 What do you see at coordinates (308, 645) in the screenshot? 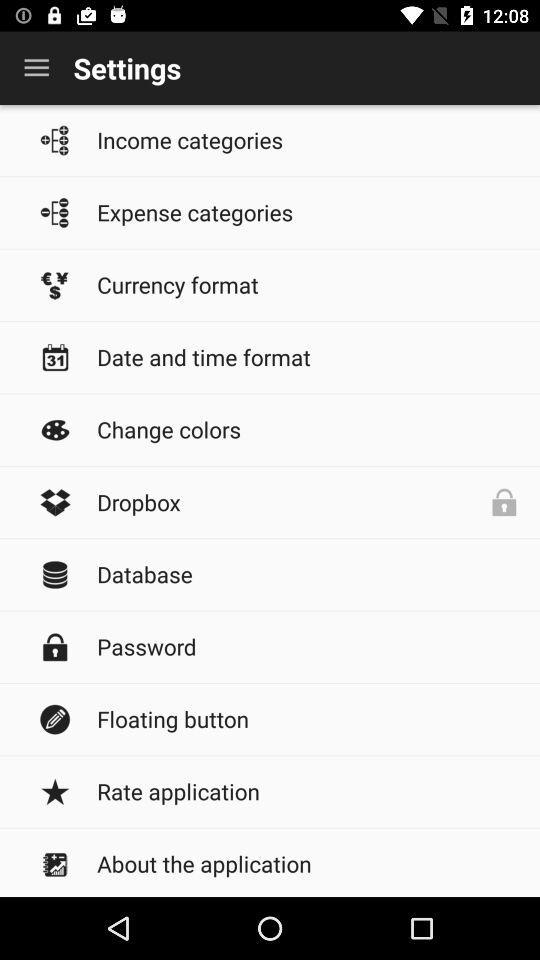
I see `password item` at bounding box center [308, 645].